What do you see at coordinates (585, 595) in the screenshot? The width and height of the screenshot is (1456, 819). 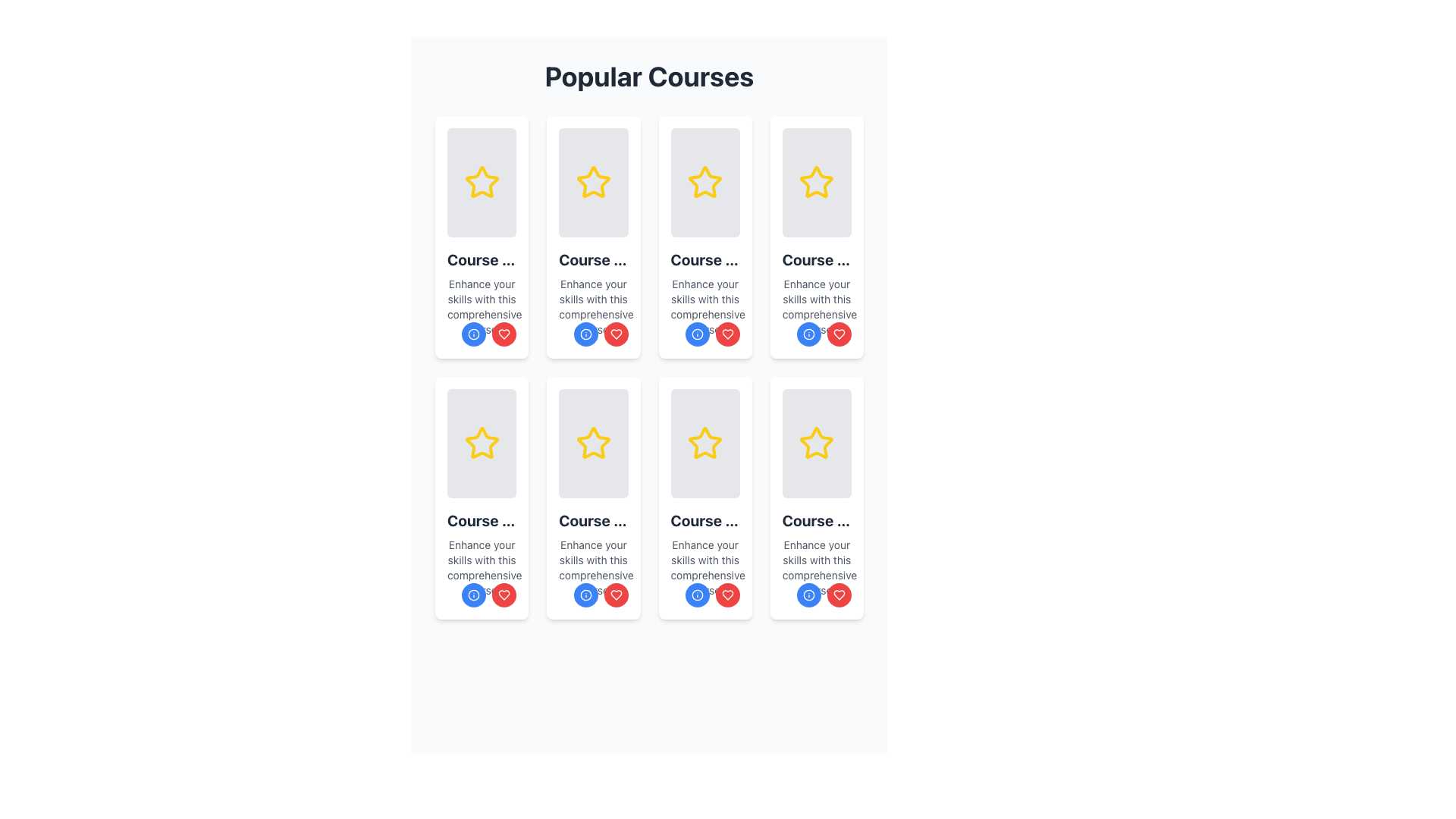 I see `circular graphic element within the SVG icon located in the 'Popular Courses' section of the card layout` at bounding box center [585, 595].